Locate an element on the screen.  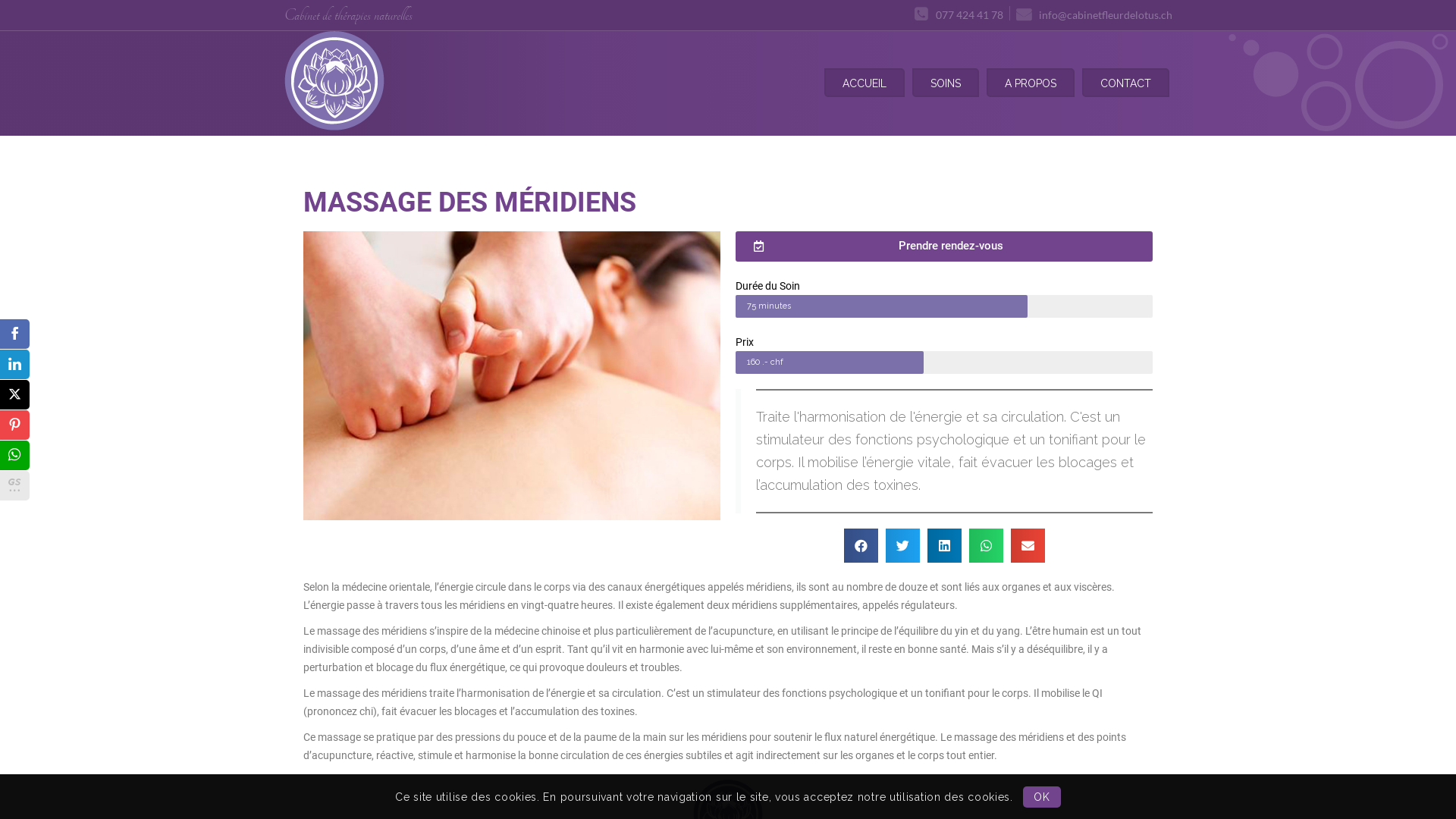
'077 424 41 78' is located at coordinates (957, 14).